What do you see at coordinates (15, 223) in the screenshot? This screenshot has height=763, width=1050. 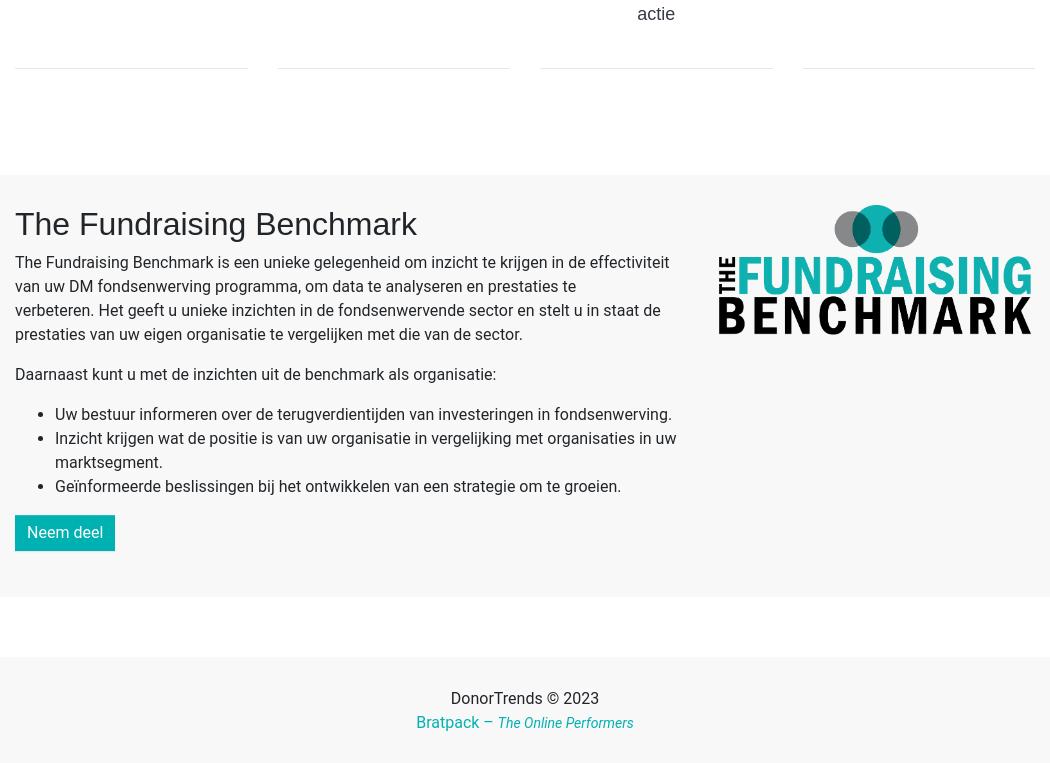 I see `'The Fundraising Benchmark'` at bounding box center [15, 223].